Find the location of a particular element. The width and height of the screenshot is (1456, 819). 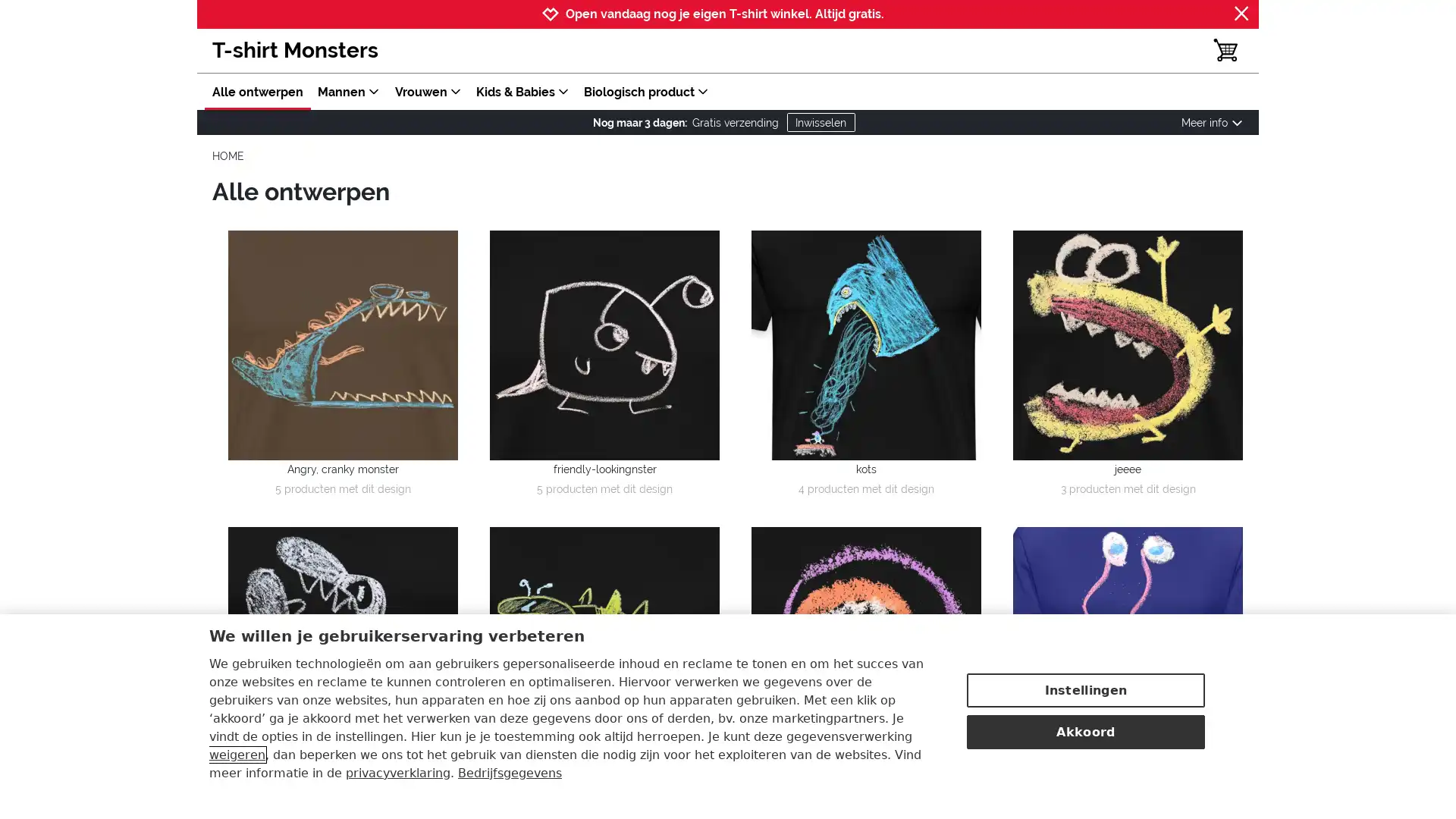

Akkoord is located at coordinates (1084, 730).